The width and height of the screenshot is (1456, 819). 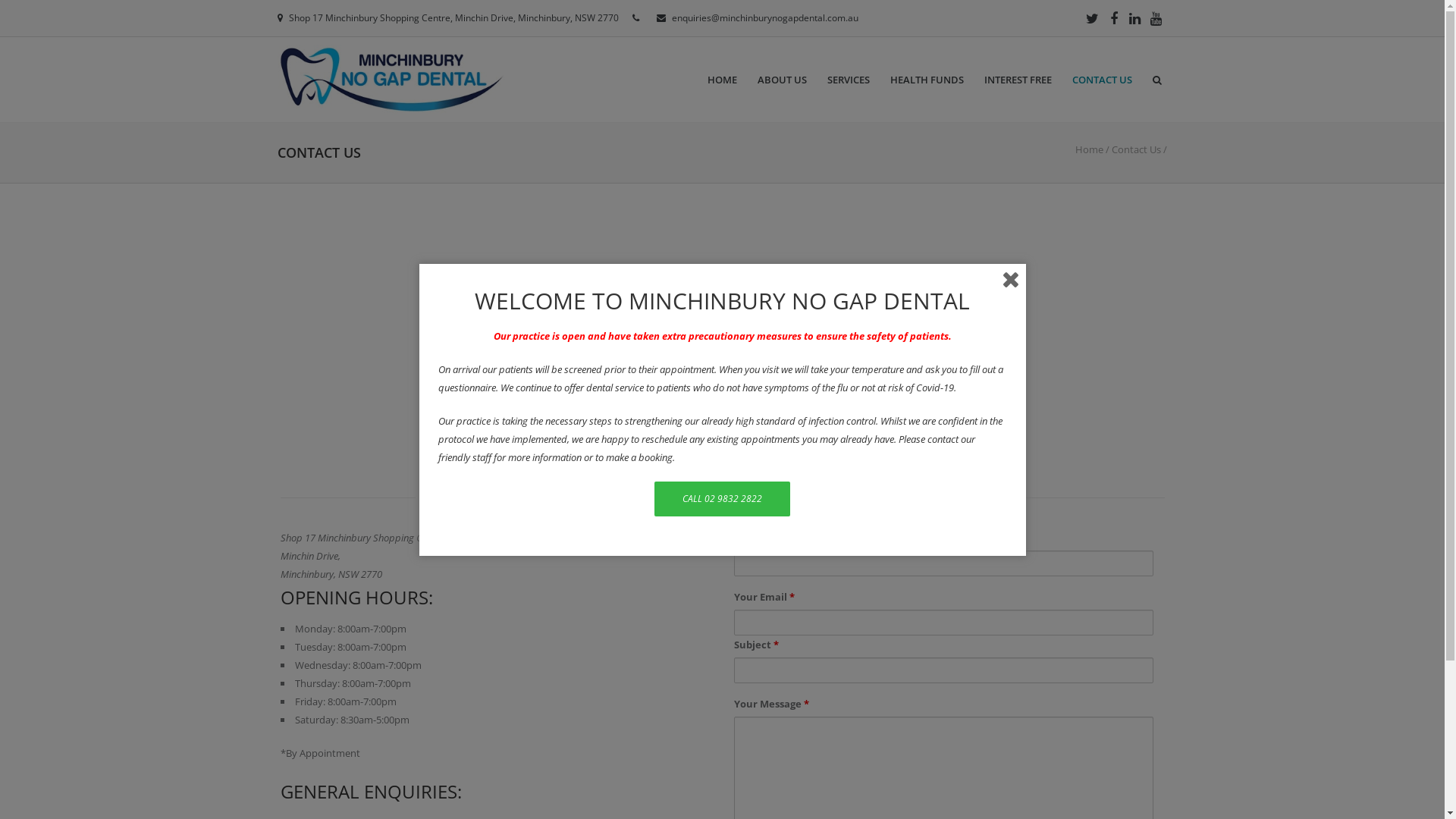 I want to click on 'Twitter', so click(x=1092, y=17).